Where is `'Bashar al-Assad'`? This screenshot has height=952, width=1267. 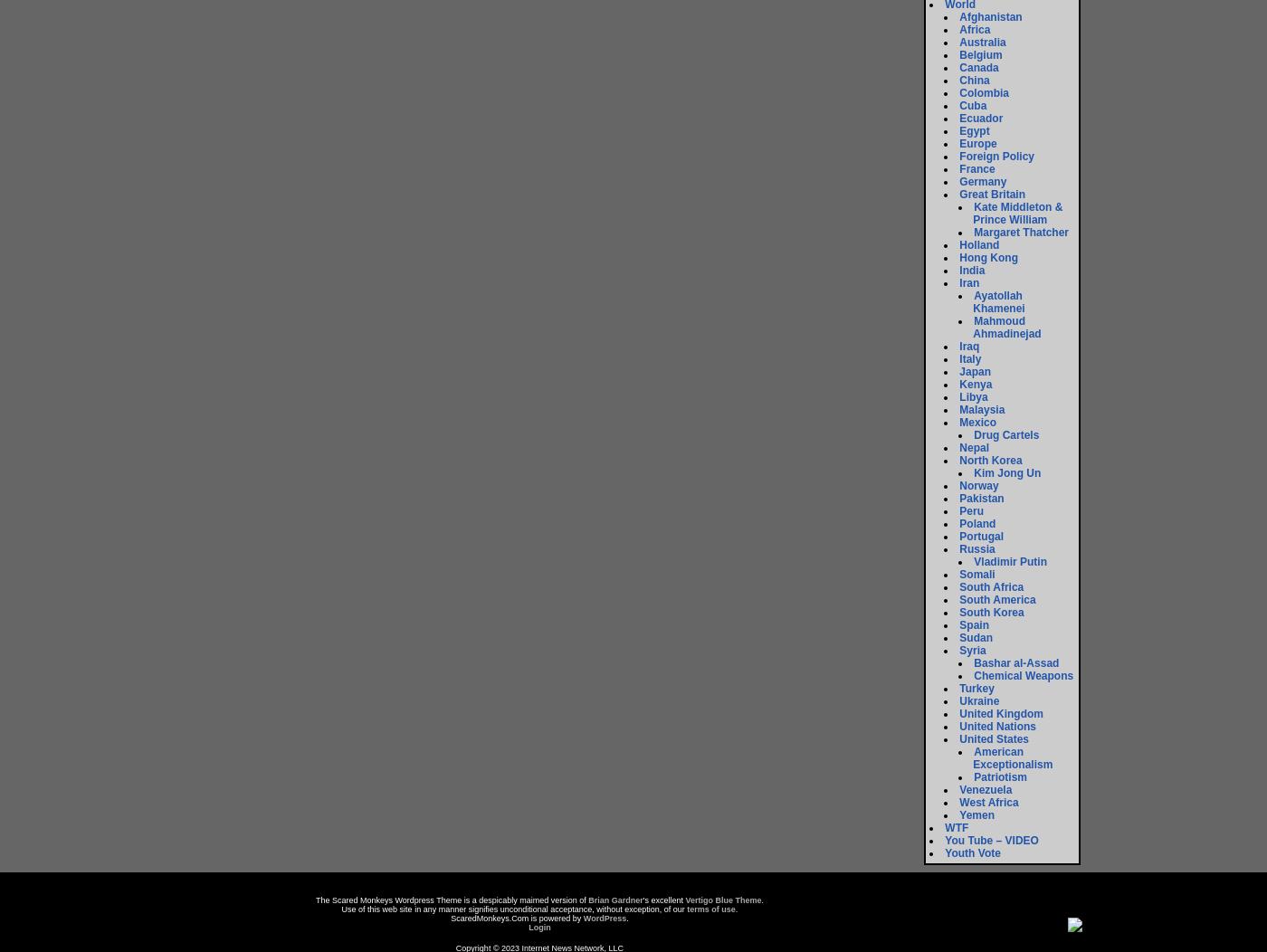 'Bashar al-Assad' is located at coordinates (1015, 663).